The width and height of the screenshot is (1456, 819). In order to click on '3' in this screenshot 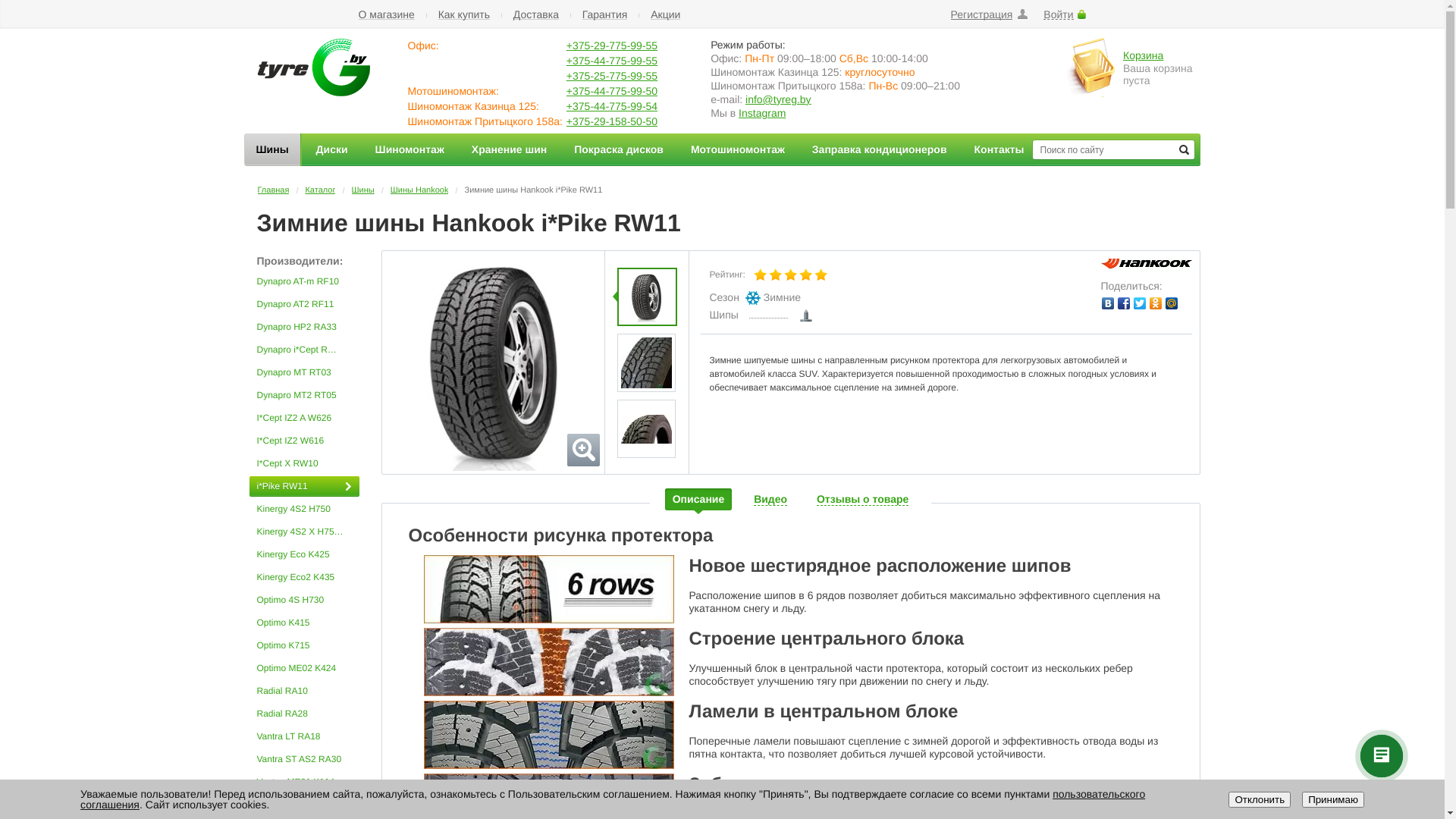, I will do `click(783, 275)`.